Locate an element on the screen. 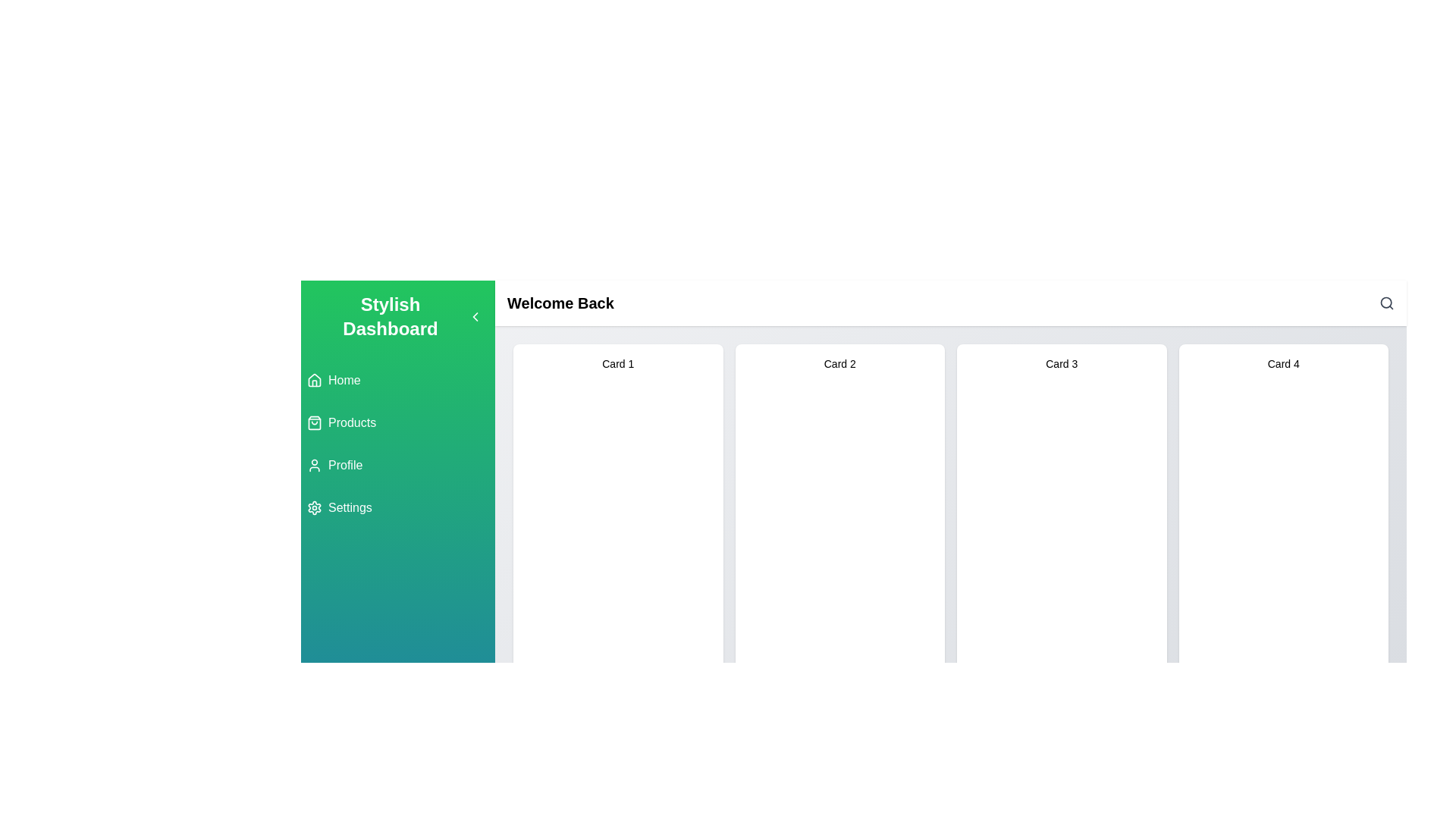 The height and width of the screenshot is (819, 1456). the left-pointing chevron icon in the top-right corner of the Stylish Dashboard is located at coordinates (475, 315).